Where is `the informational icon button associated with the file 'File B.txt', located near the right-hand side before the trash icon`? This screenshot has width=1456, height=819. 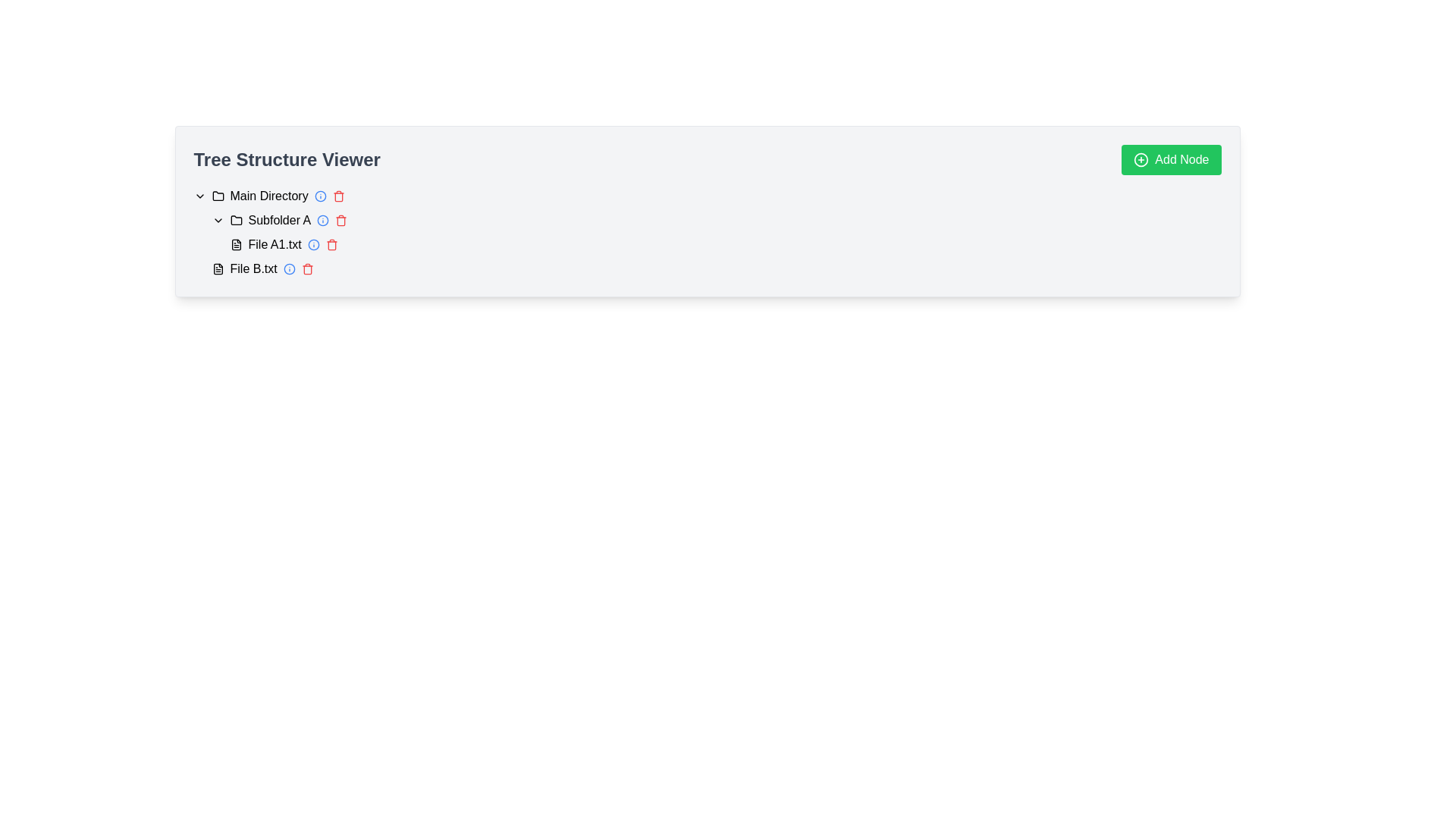
the informational icon button associated with the file 'File B.txt', located near the right-hand side before the trash icon is located at coordinates (289, 268).